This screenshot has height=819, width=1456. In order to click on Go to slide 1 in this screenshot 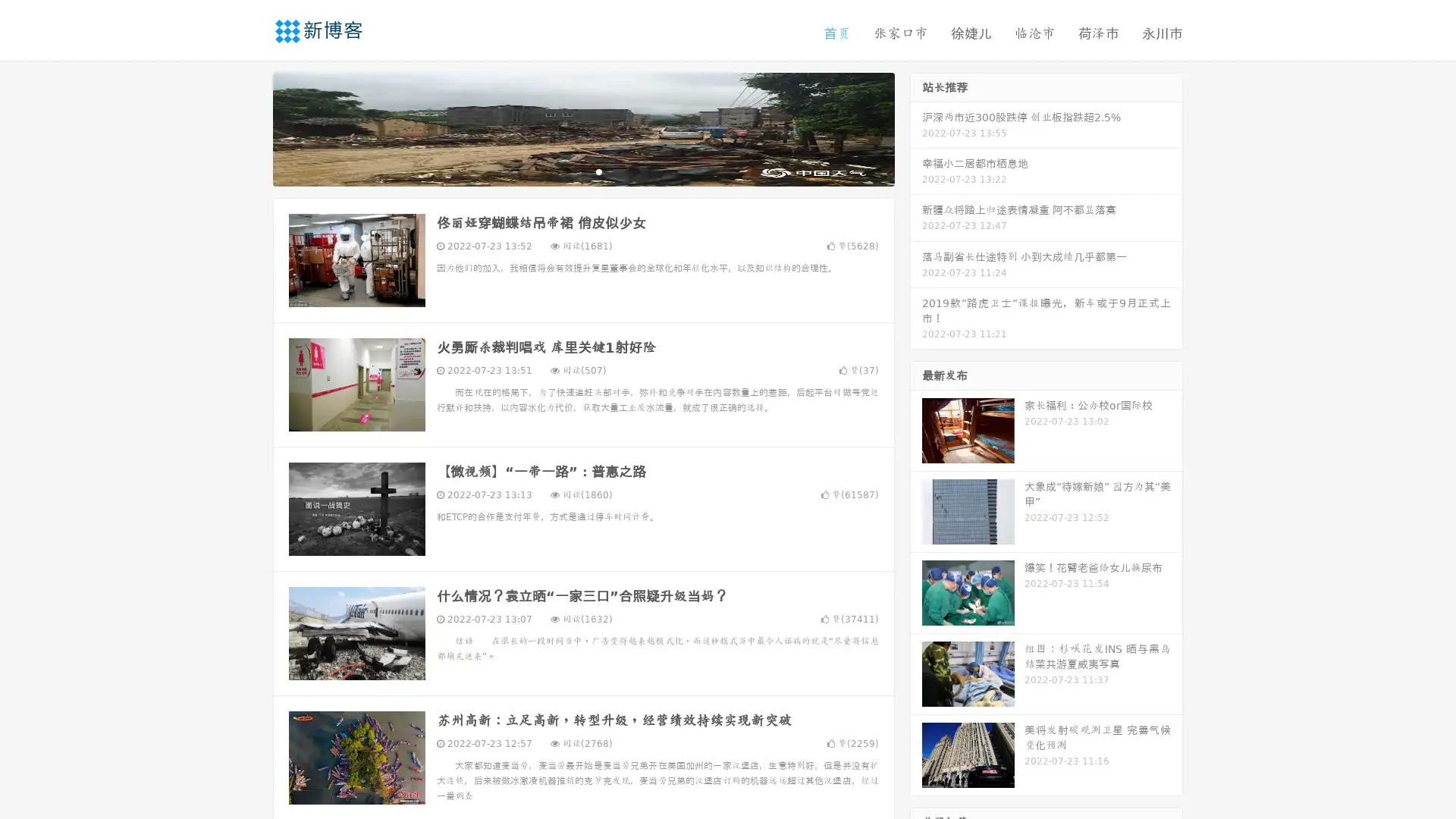, I will do `click(567, 171)`.